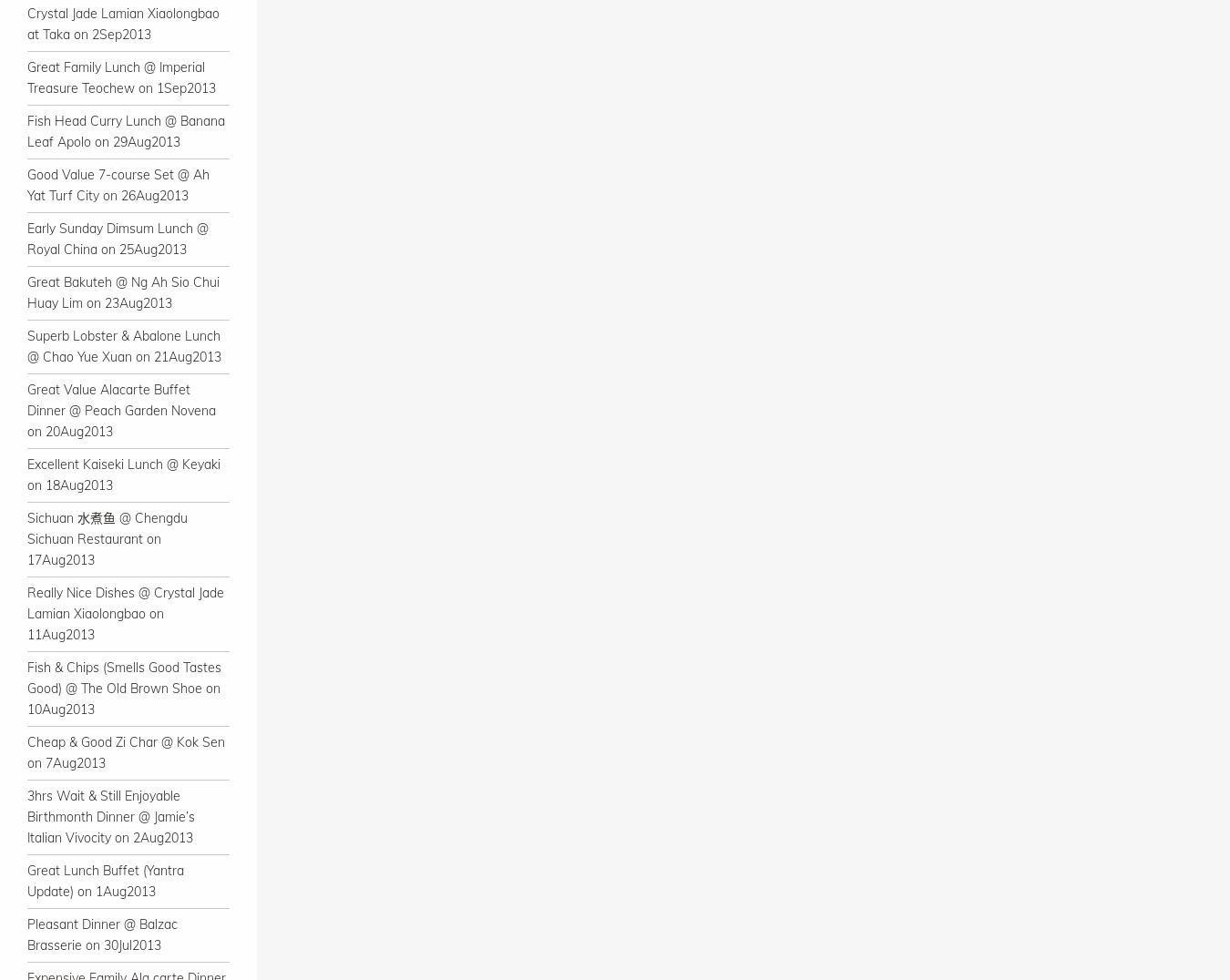 Image resolution: width=1230 pixels, height=980 pixels. I want to click on 'Sichuan 水煮鱼 @ Chengdu Sichuan Restaurant on 17Aug2013', so click(107, 539).